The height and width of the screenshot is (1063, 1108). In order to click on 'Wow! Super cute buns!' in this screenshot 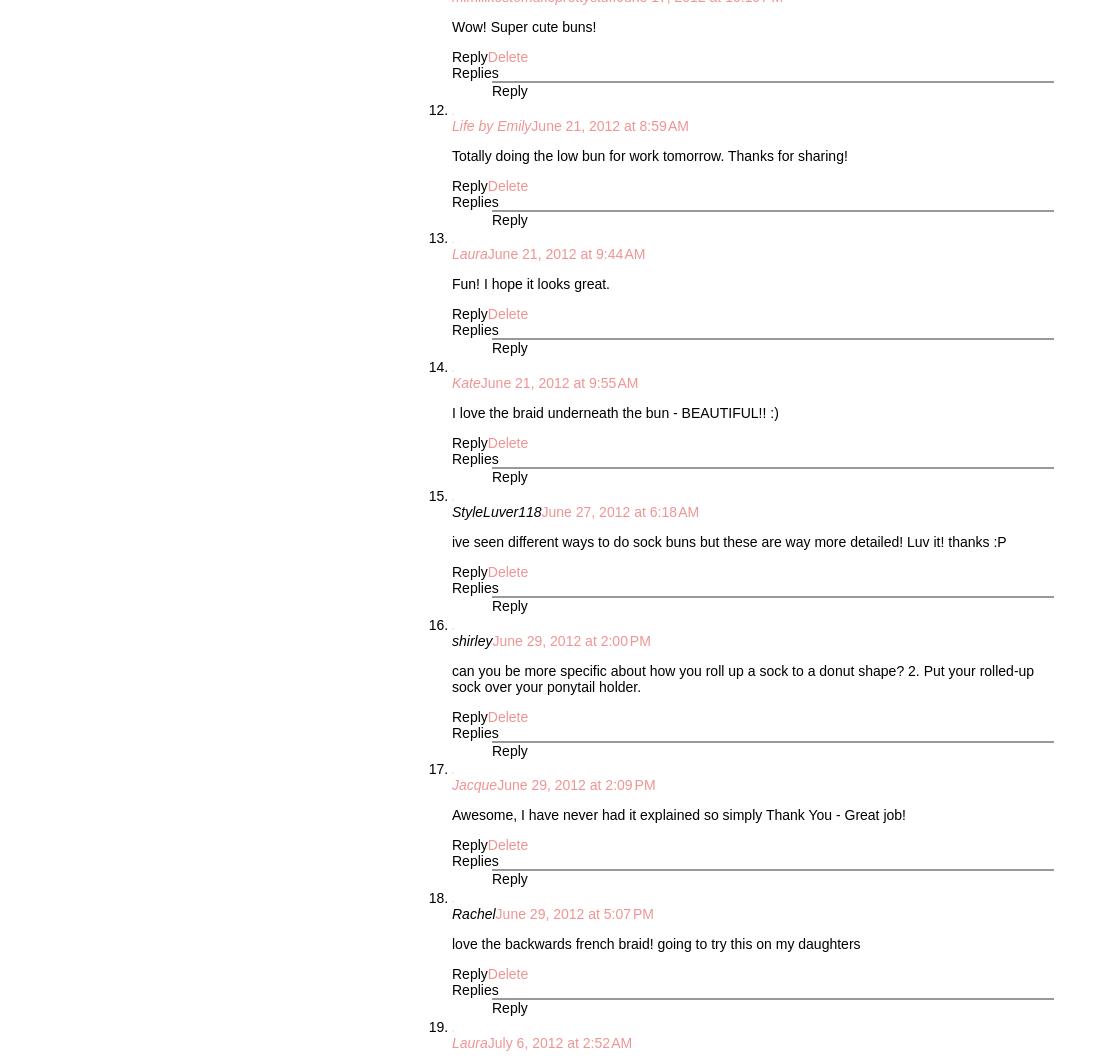, I will do `click(522, 26)`.